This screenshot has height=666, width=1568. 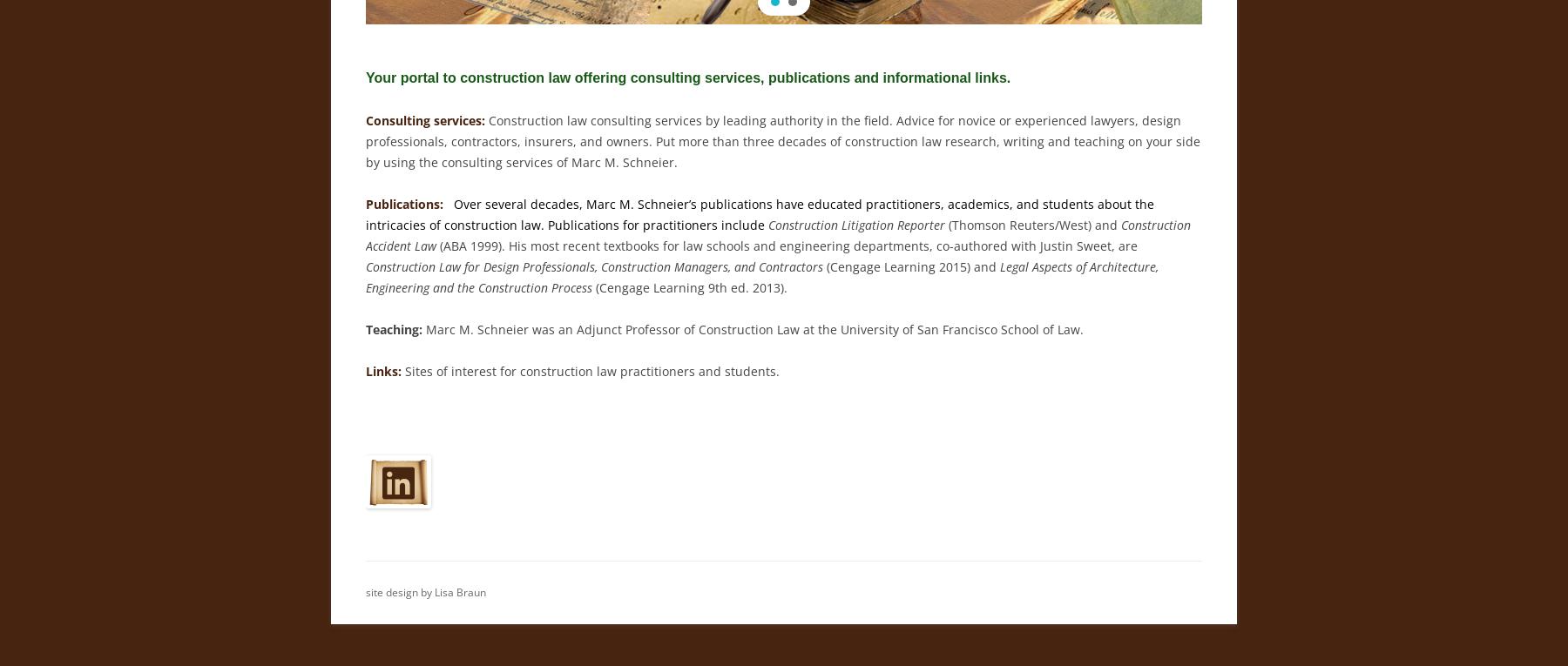 What do you see at coordinates (365, 76) in the screenshot?
I see `'Your portal to construction law offering consulting services, publications and informational links.'` at bounding box center [365, 76].